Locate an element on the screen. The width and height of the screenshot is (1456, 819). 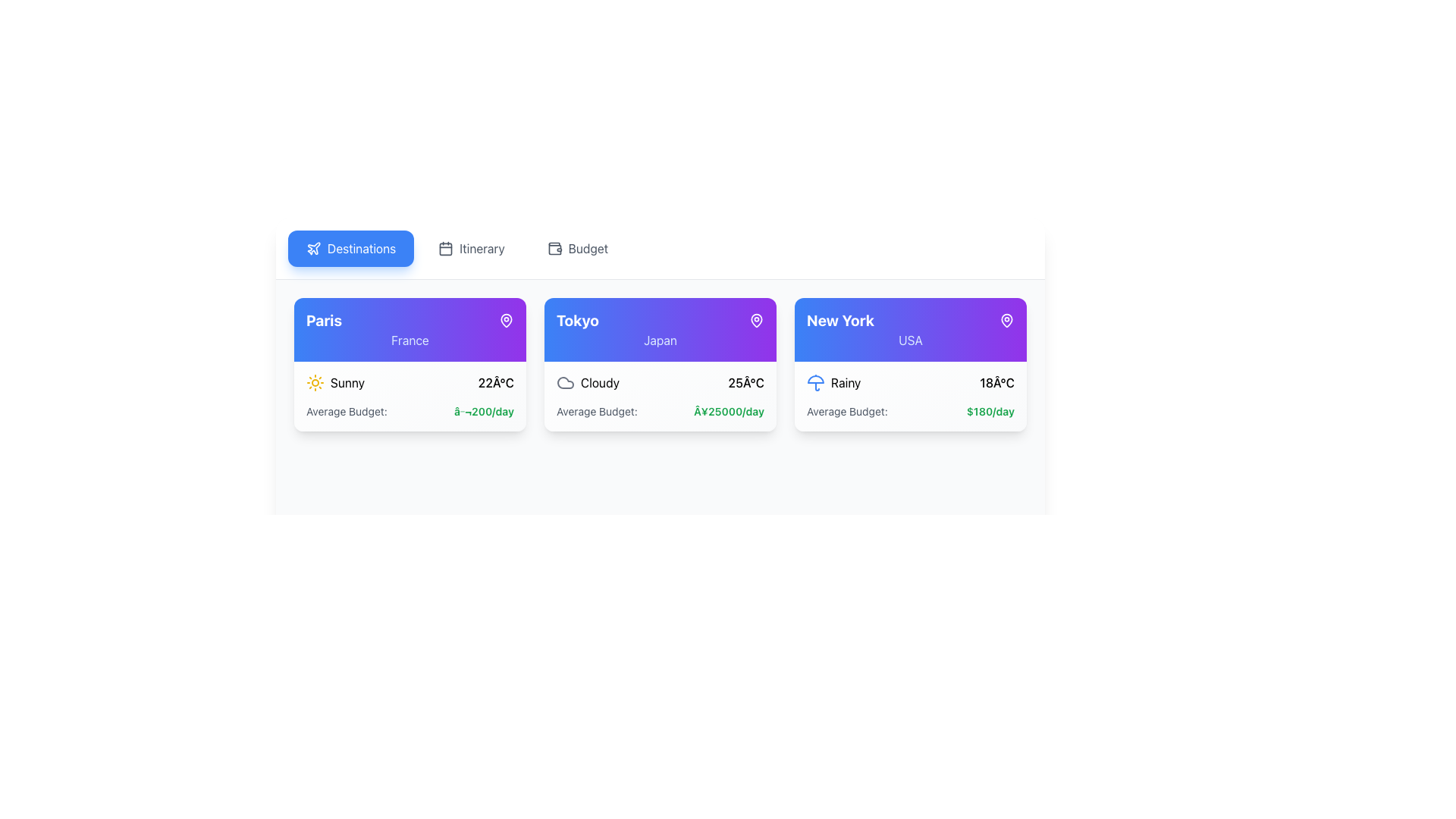
the 'Itinerary' text label is located at coordinates (481, 247).